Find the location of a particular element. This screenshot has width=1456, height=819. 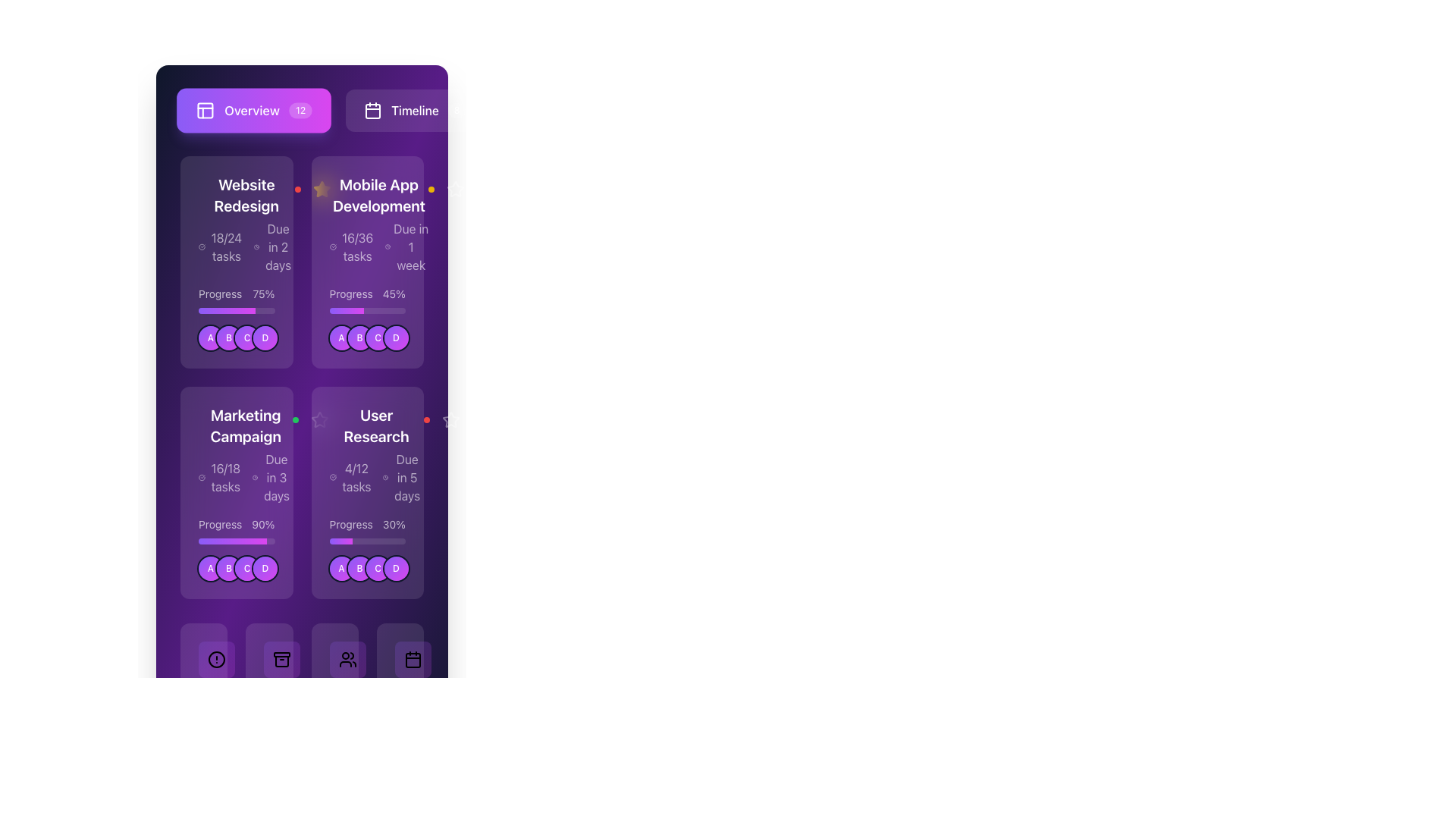

the 'Timeline' button with a numeric badge displaying '8' is located at coordinates (415, 110).